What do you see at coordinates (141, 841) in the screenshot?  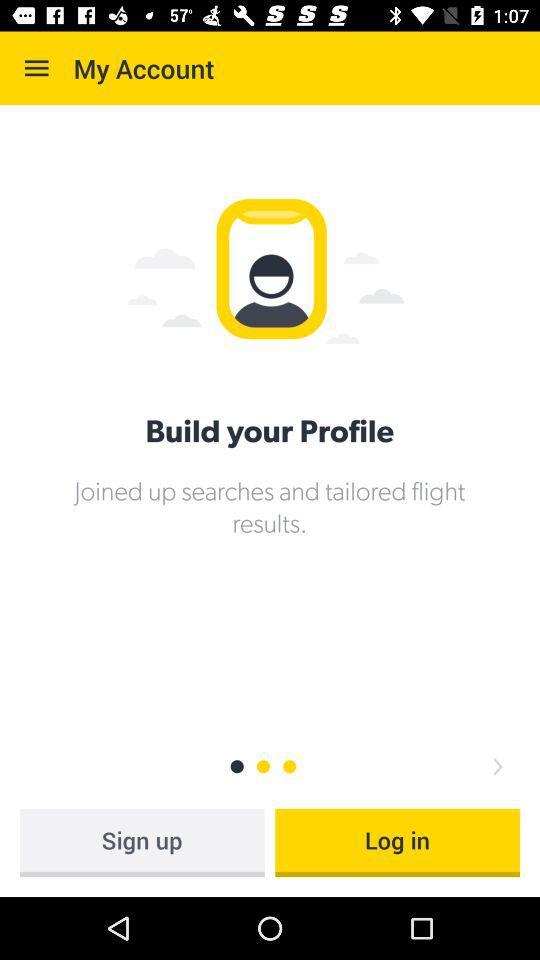 I see `the sign up icon` at bounding box center [141, 841].